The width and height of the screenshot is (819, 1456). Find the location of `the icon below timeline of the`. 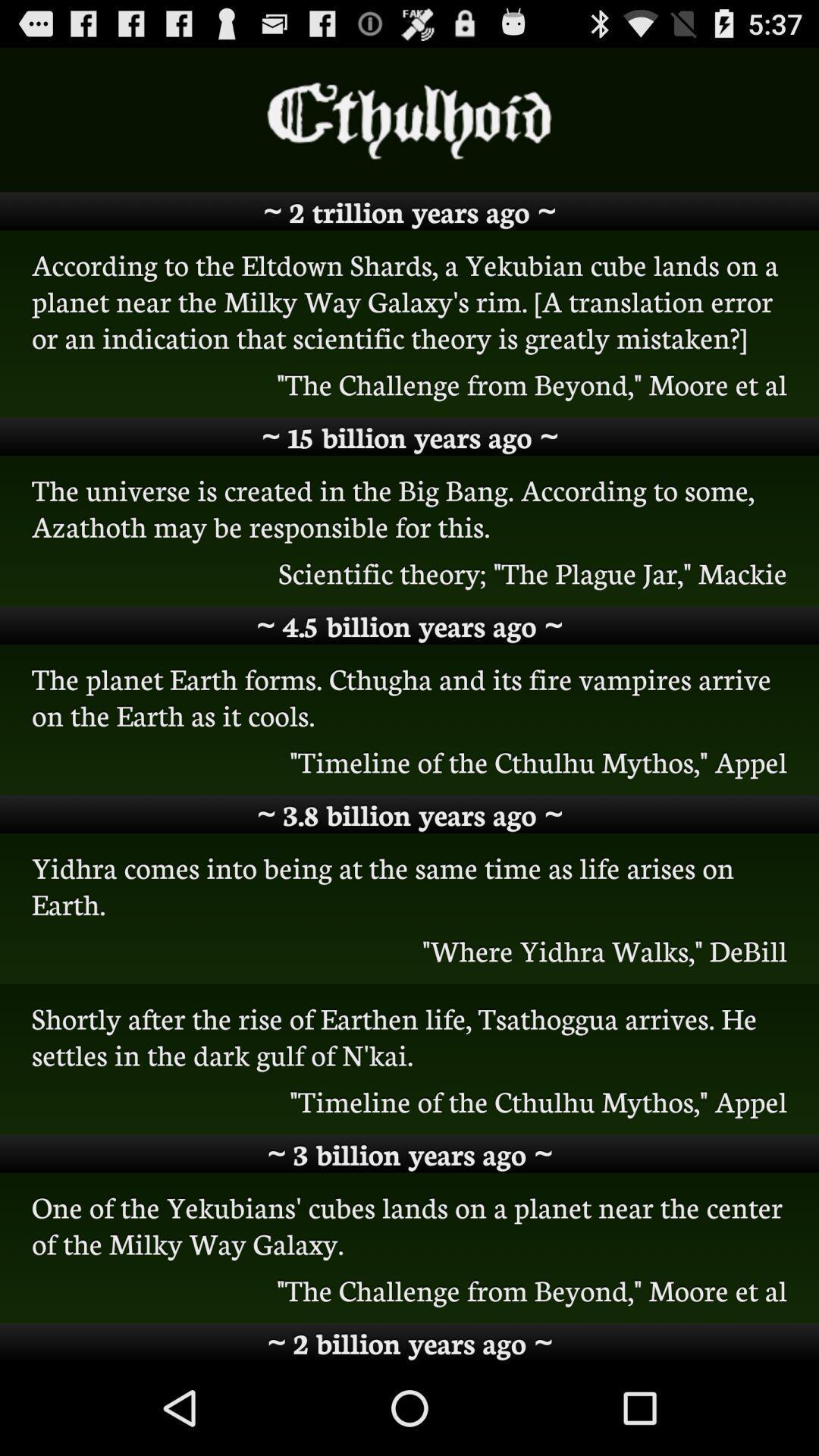

the icon below timeline of the is located at coordinates (409, 814).